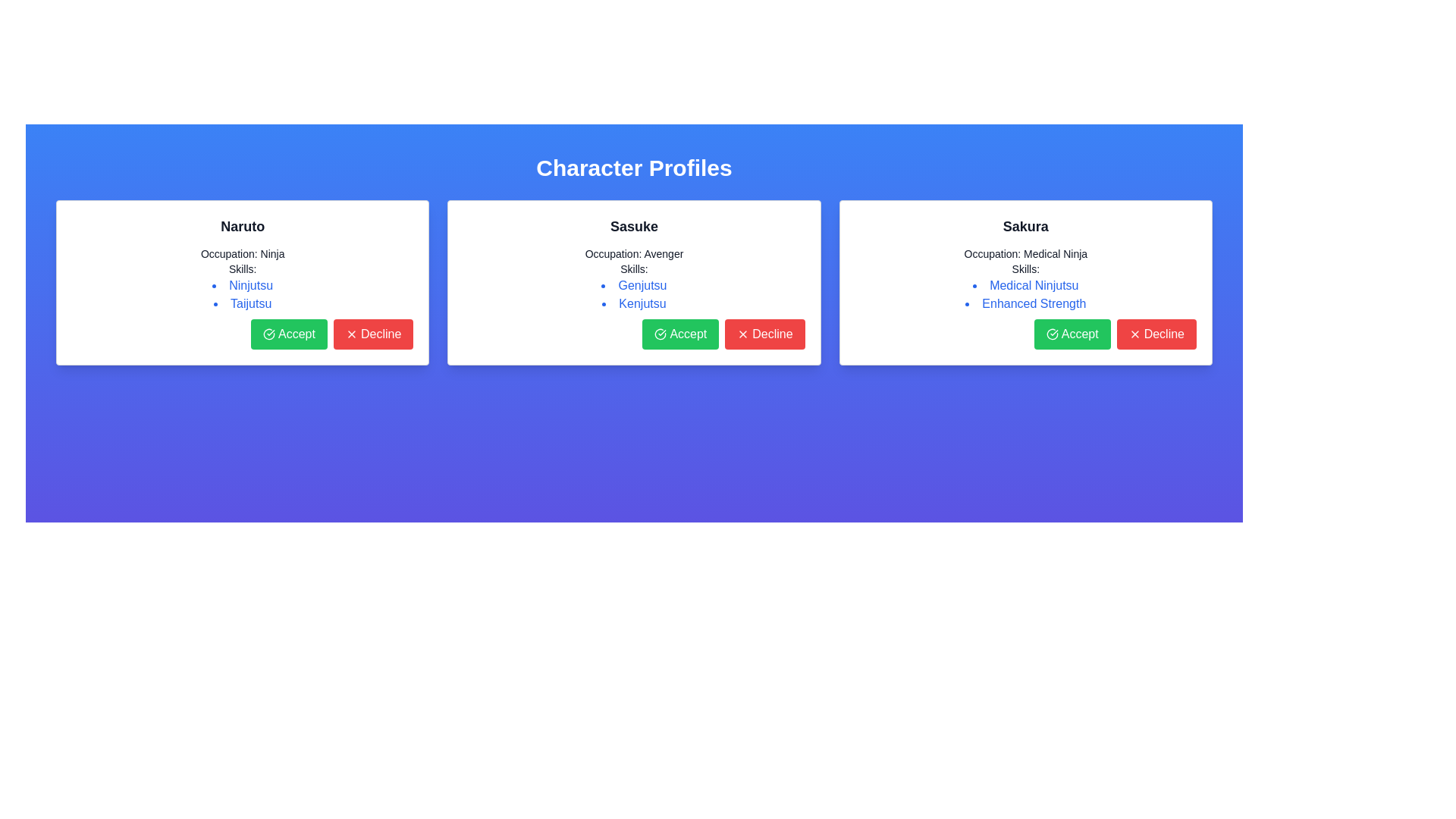  I want to click on the text-based informational block displaying the character's occupation and skills, specifically located in the 'Naruto' card layout, so click(243, 280).